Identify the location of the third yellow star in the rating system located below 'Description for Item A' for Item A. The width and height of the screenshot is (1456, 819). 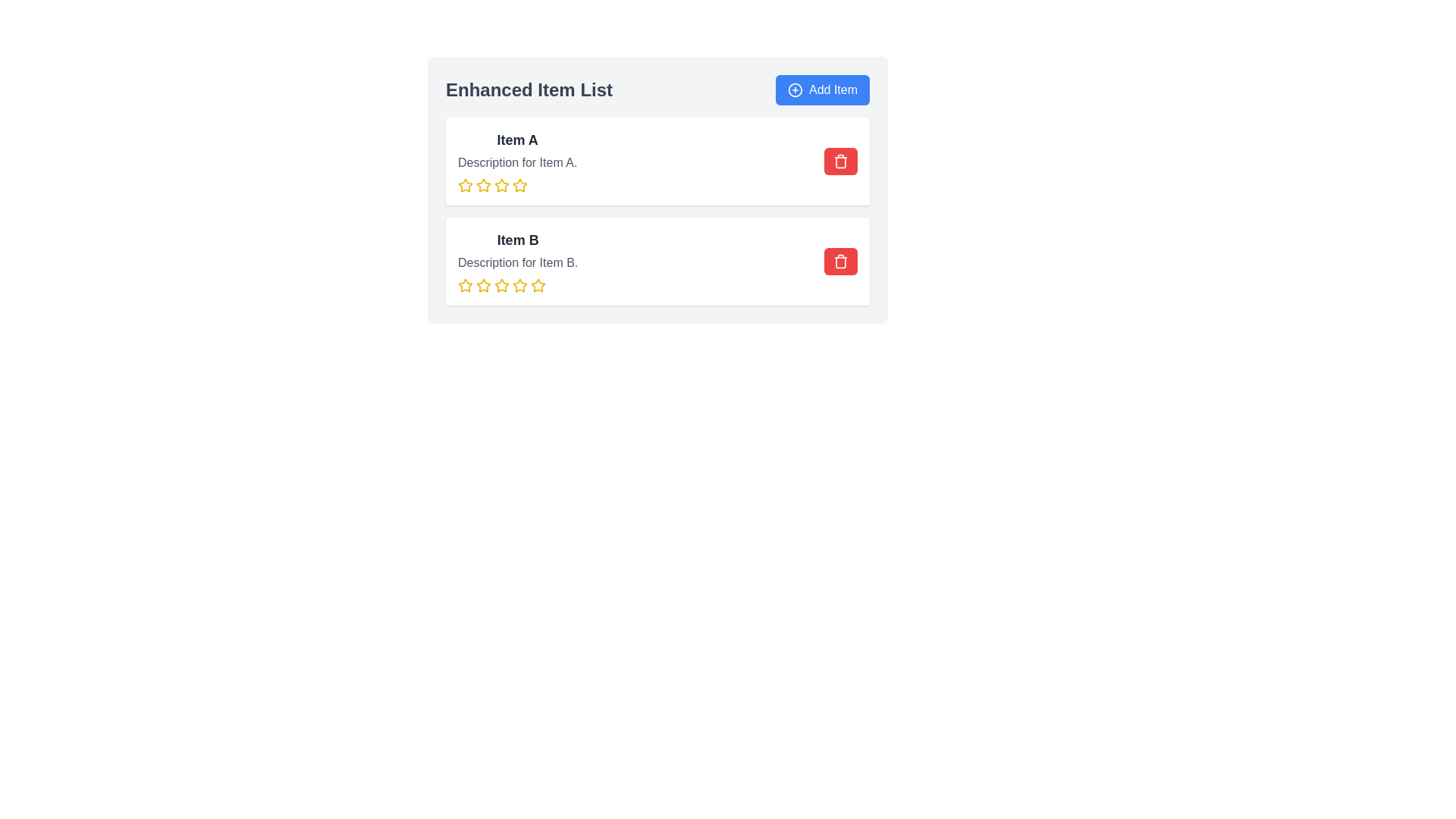
(517, 185).